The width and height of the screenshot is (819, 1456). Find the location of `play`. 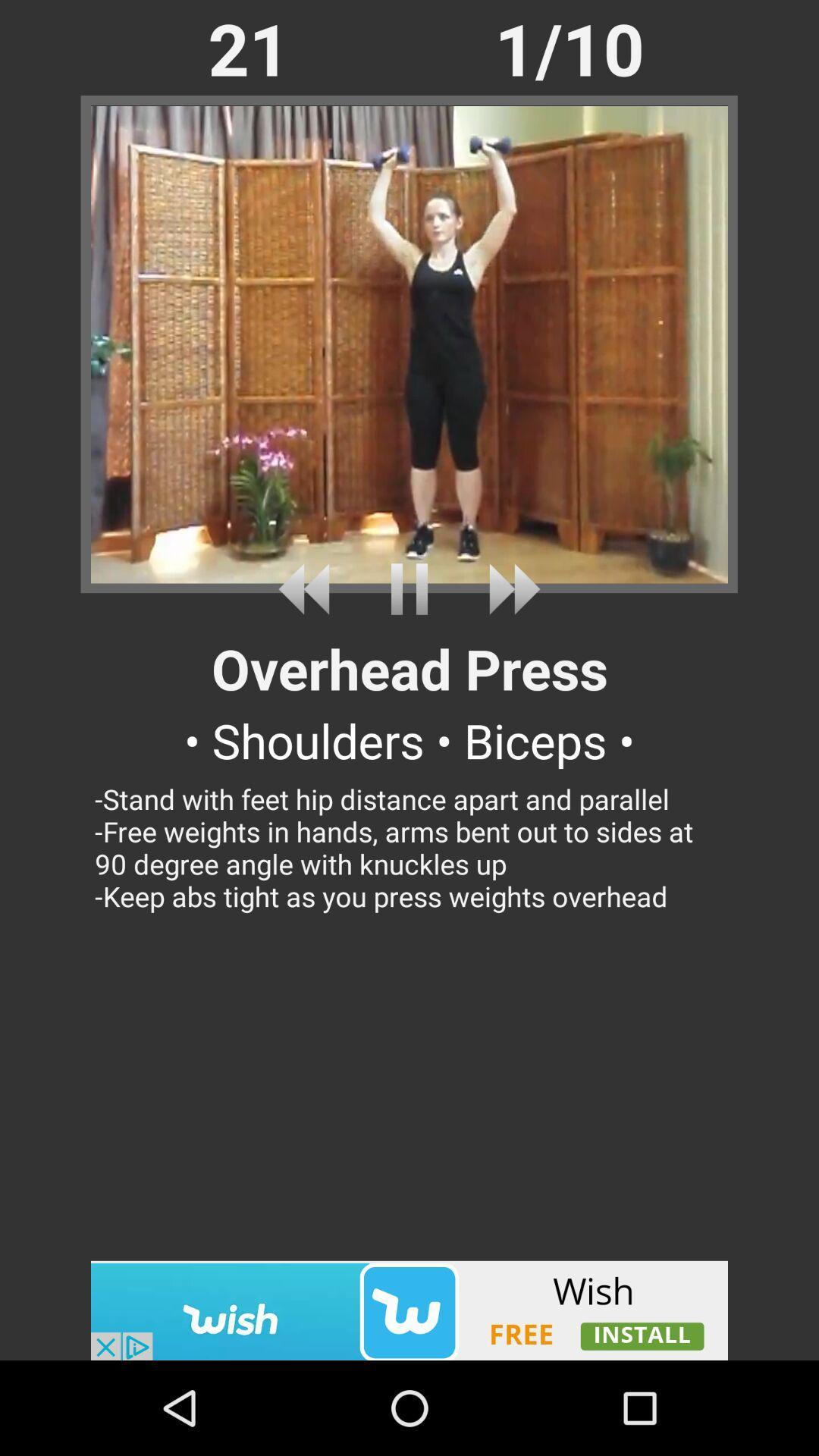

play is located at coordinates (409, 588).